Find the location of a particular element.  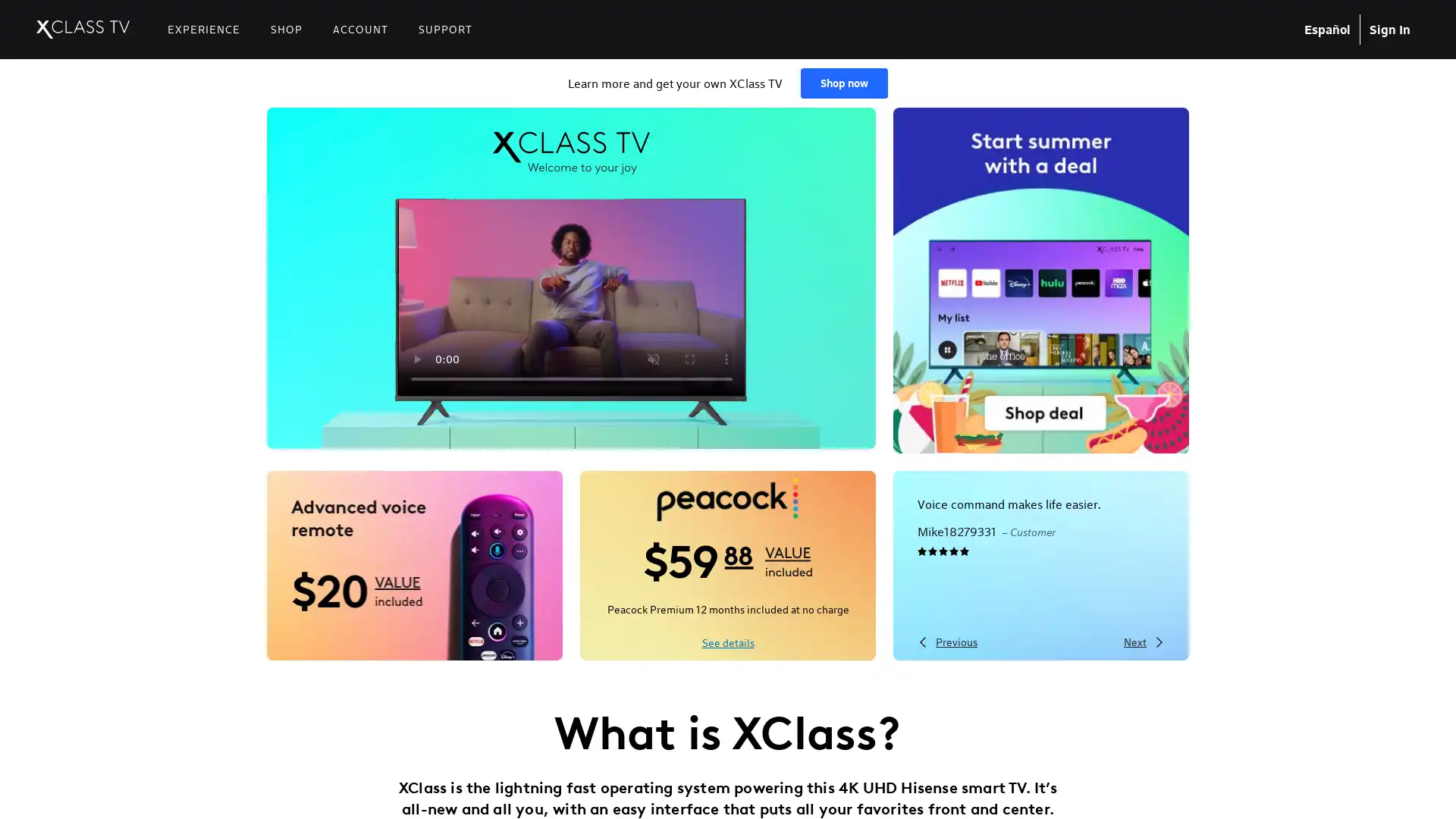

play is located at coordinates (416, 359).